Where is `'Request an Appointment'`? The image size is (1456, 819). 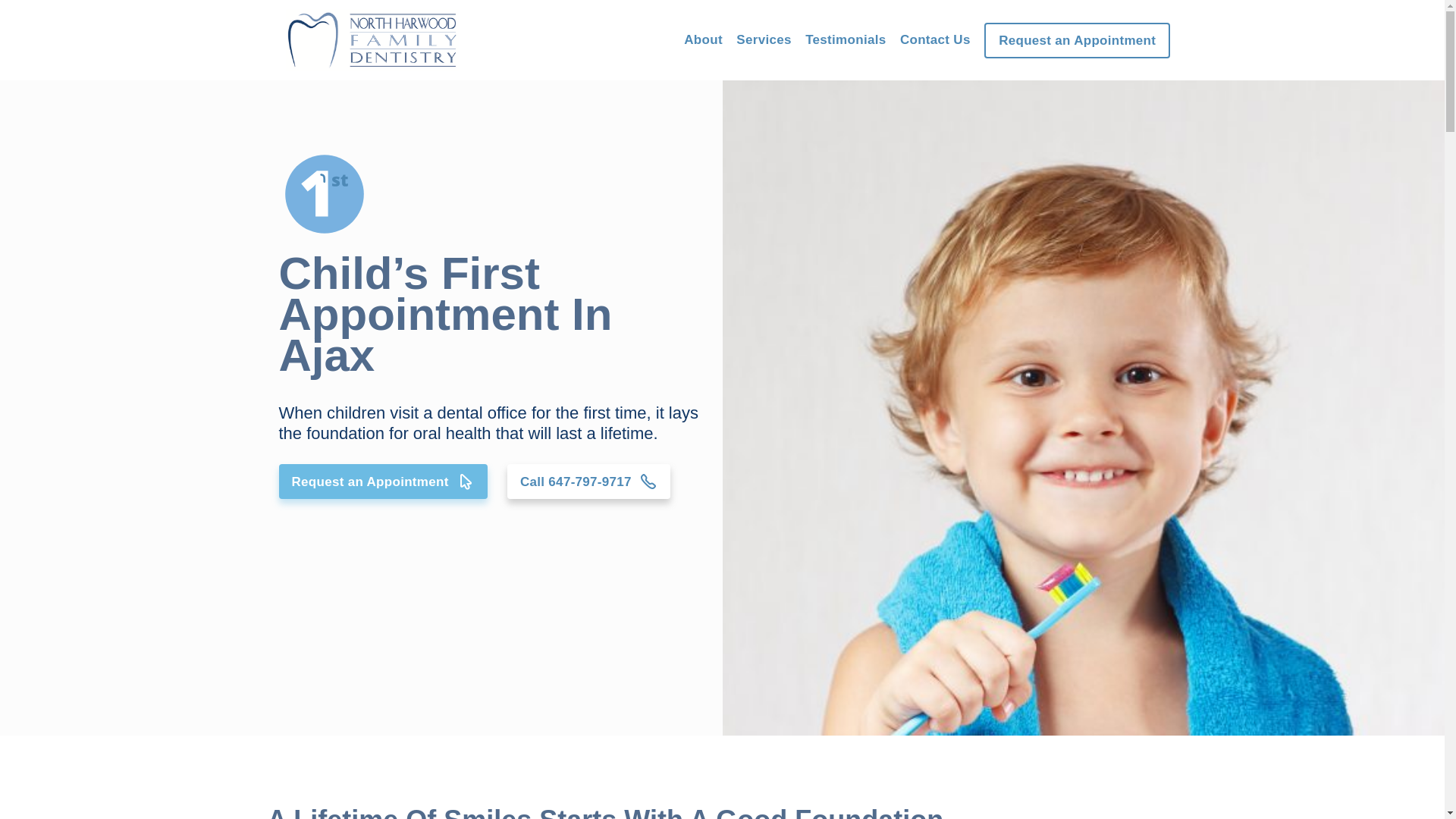
'Request an Appointment' is located at coordinates (984, 39).